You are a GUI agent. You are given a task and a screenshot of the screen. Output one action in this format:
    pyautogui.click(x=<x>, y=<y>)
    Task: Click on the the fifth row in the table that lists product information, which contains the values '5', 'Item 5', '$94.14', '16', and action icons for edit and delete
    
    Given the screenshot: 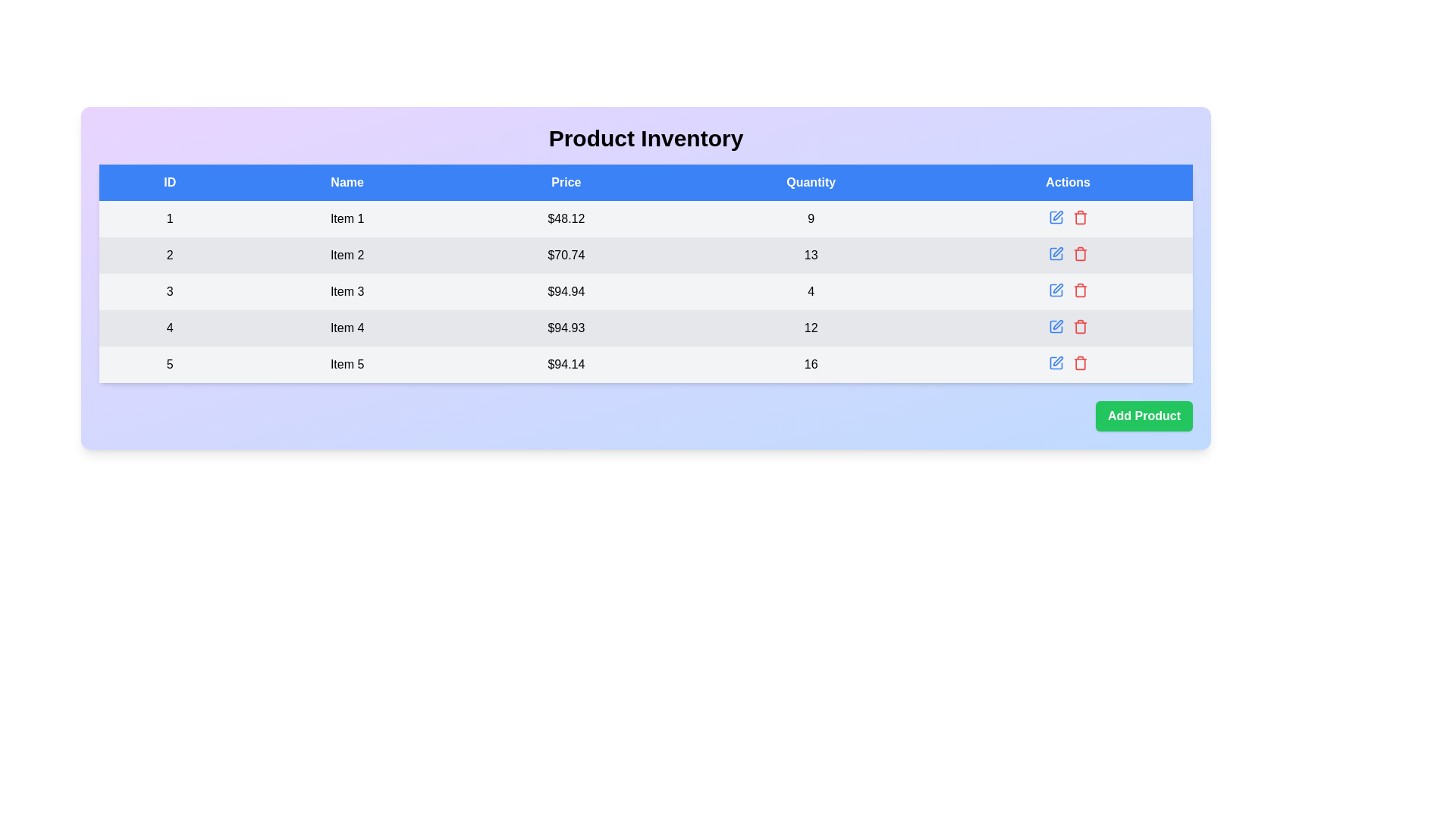 What is the action you would take?
    pyautogui.click(x=645, y=365)
    